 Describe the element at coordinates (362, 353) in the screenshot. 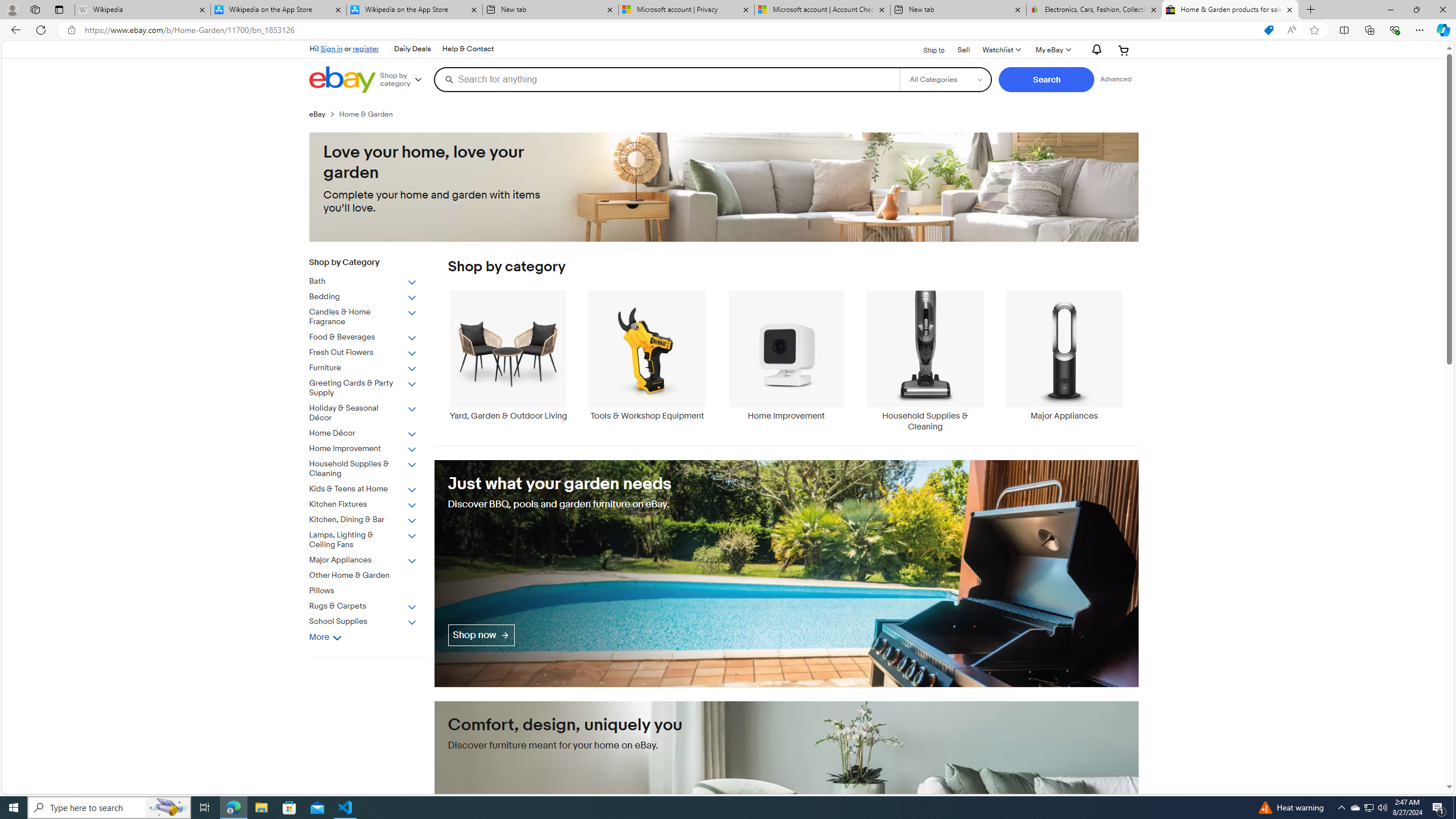

I see `'Fresh Cut Flowers'` at that location.